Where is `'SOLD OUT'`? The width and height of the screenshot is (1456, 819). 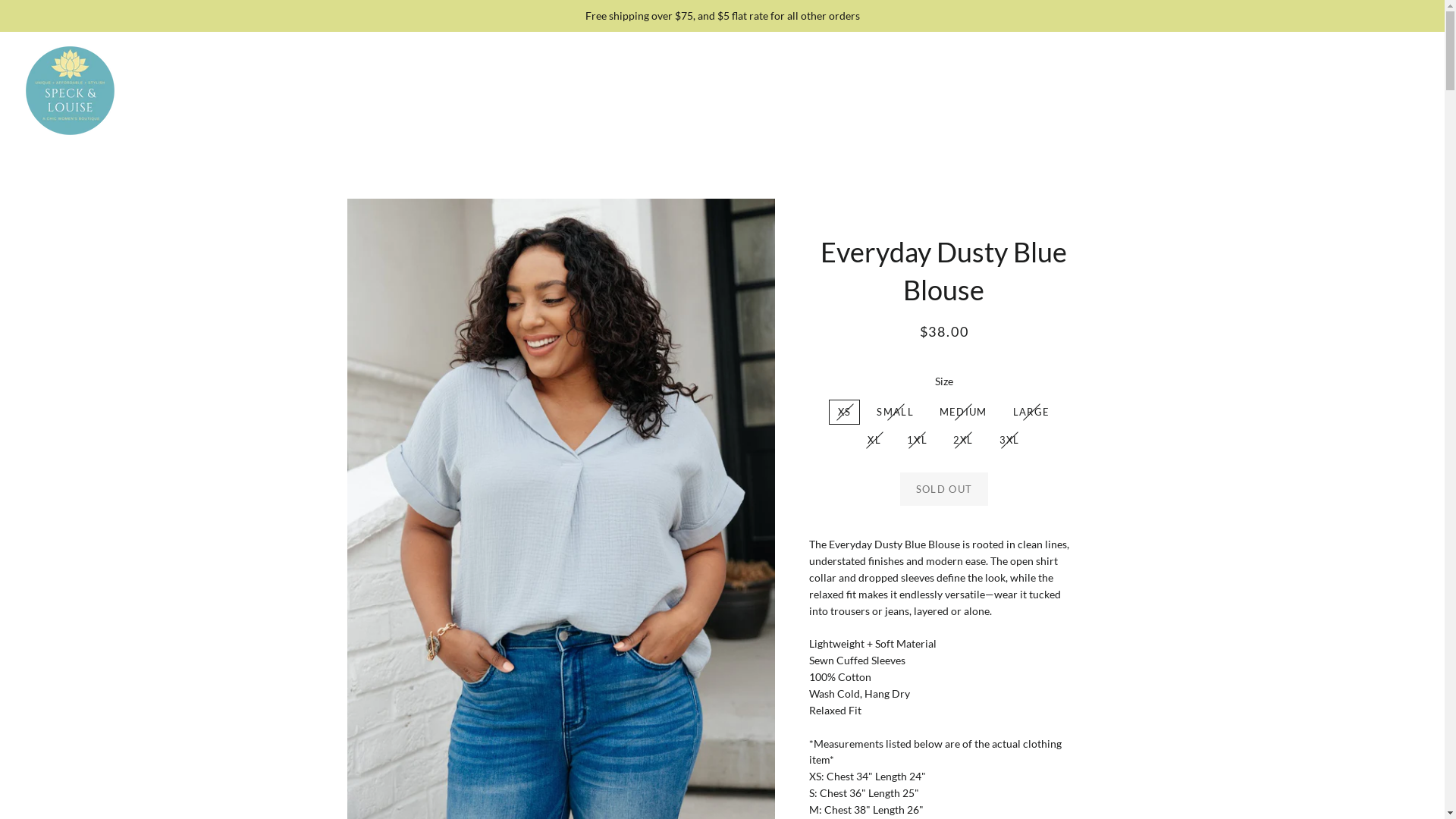 'SOLD OUT' is located at coordinates (943, 488).